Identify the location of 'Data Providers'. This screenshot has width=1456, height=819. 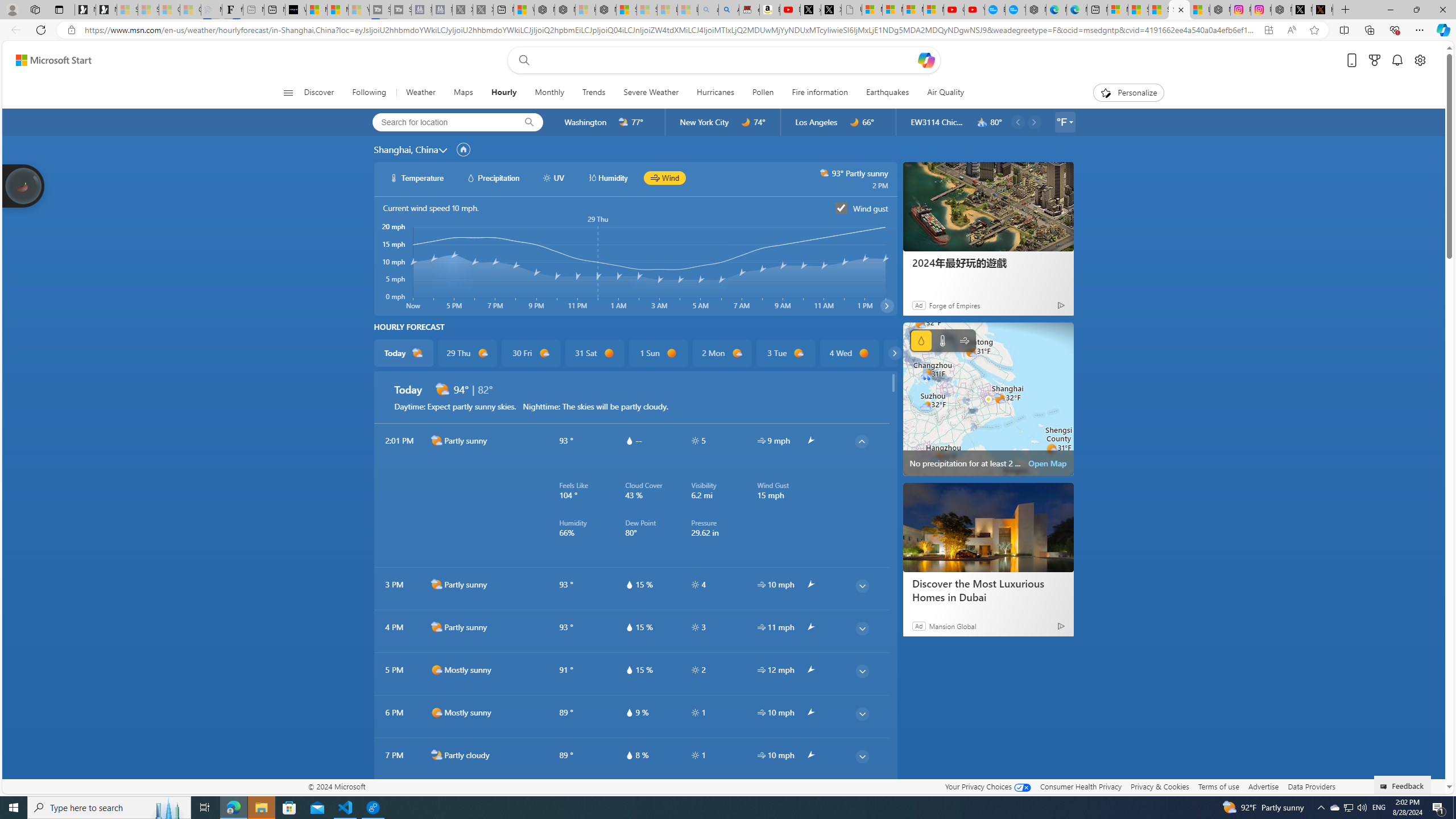
(1310, 786).